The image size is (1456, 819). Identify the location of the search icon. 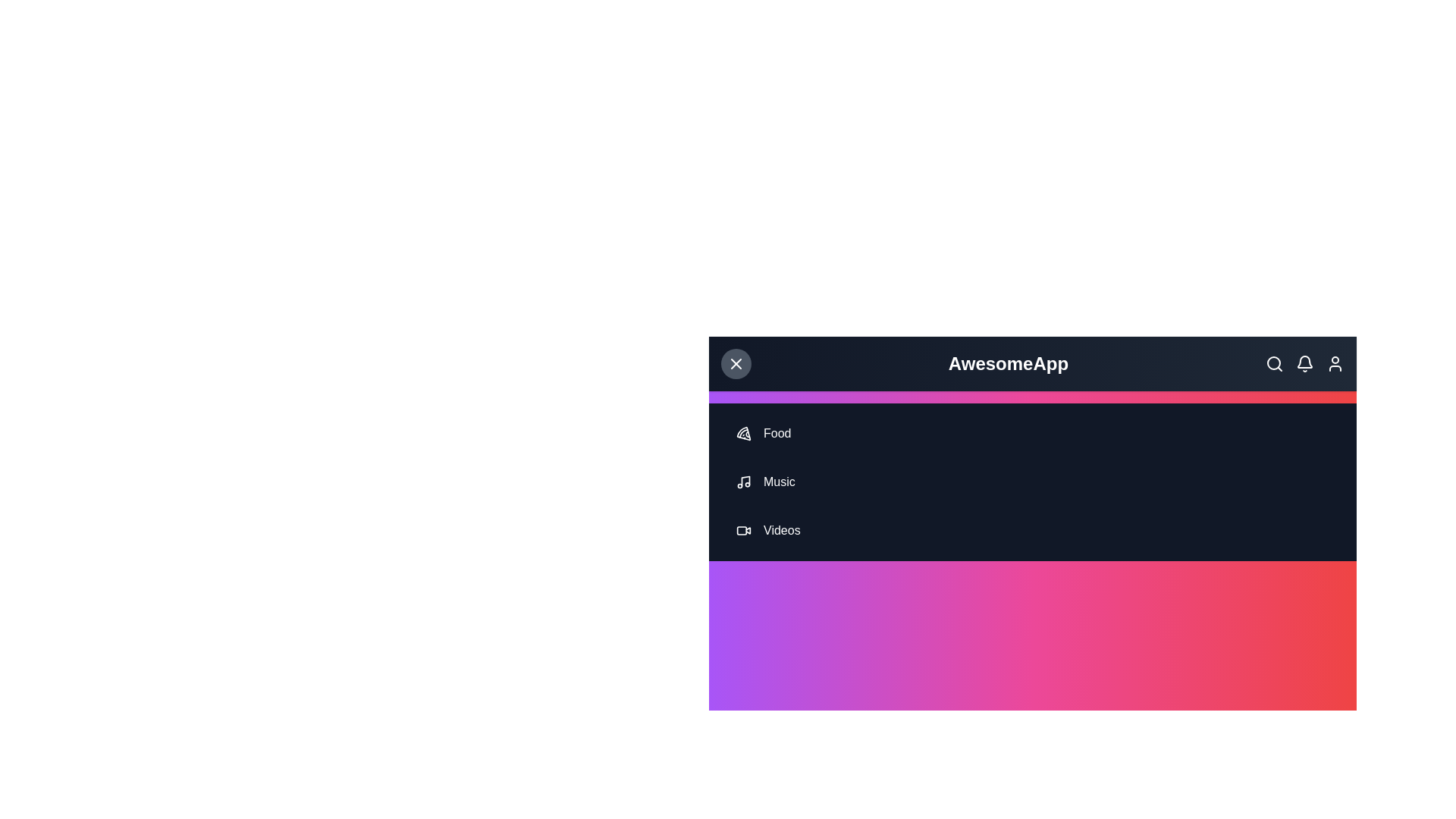
(1274, 363).